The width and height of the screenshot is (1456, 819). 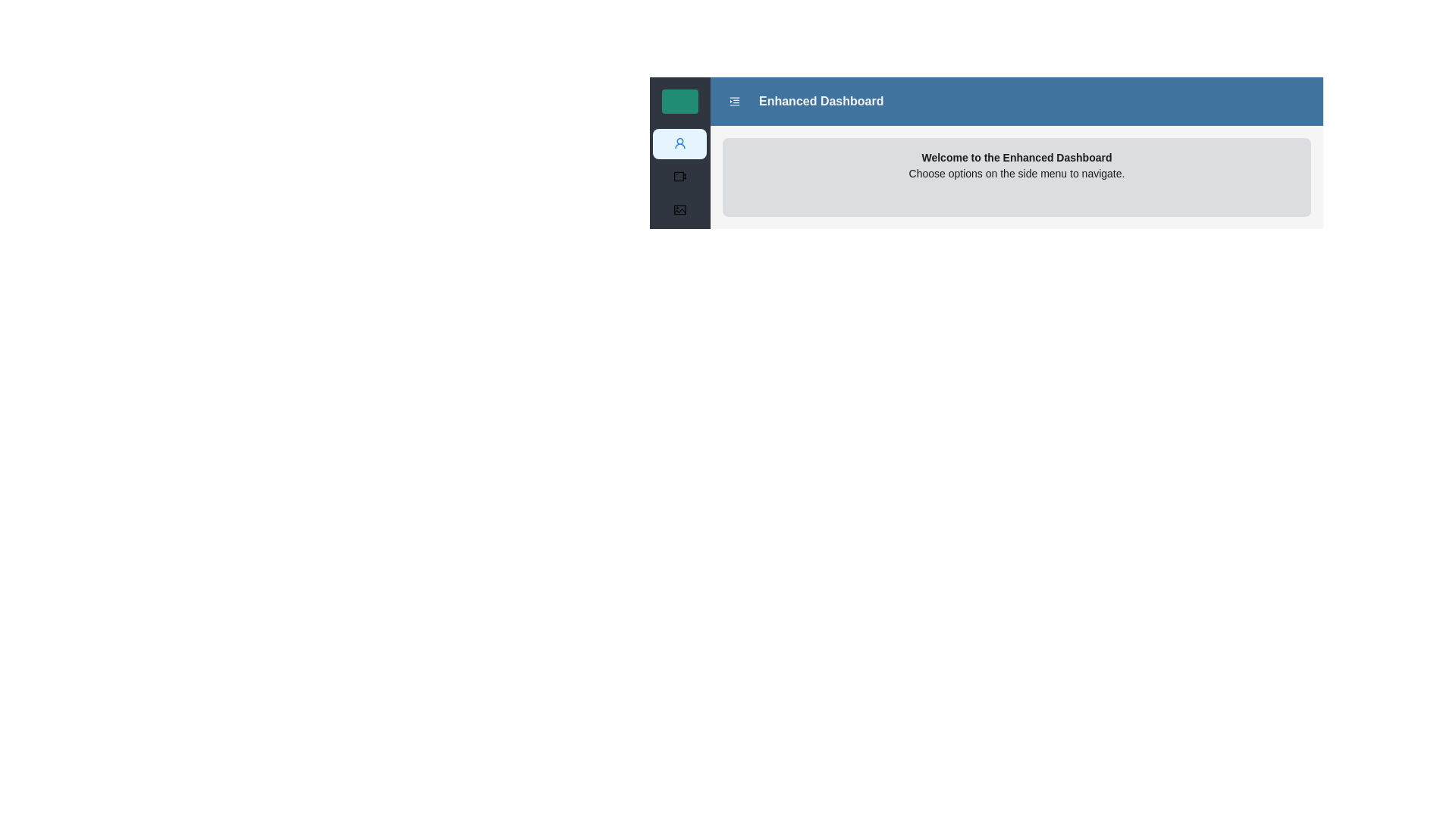 I want to click on the 'Profile' button in the vertical sidebar on the left side of the page, so click(x=679, y=152).